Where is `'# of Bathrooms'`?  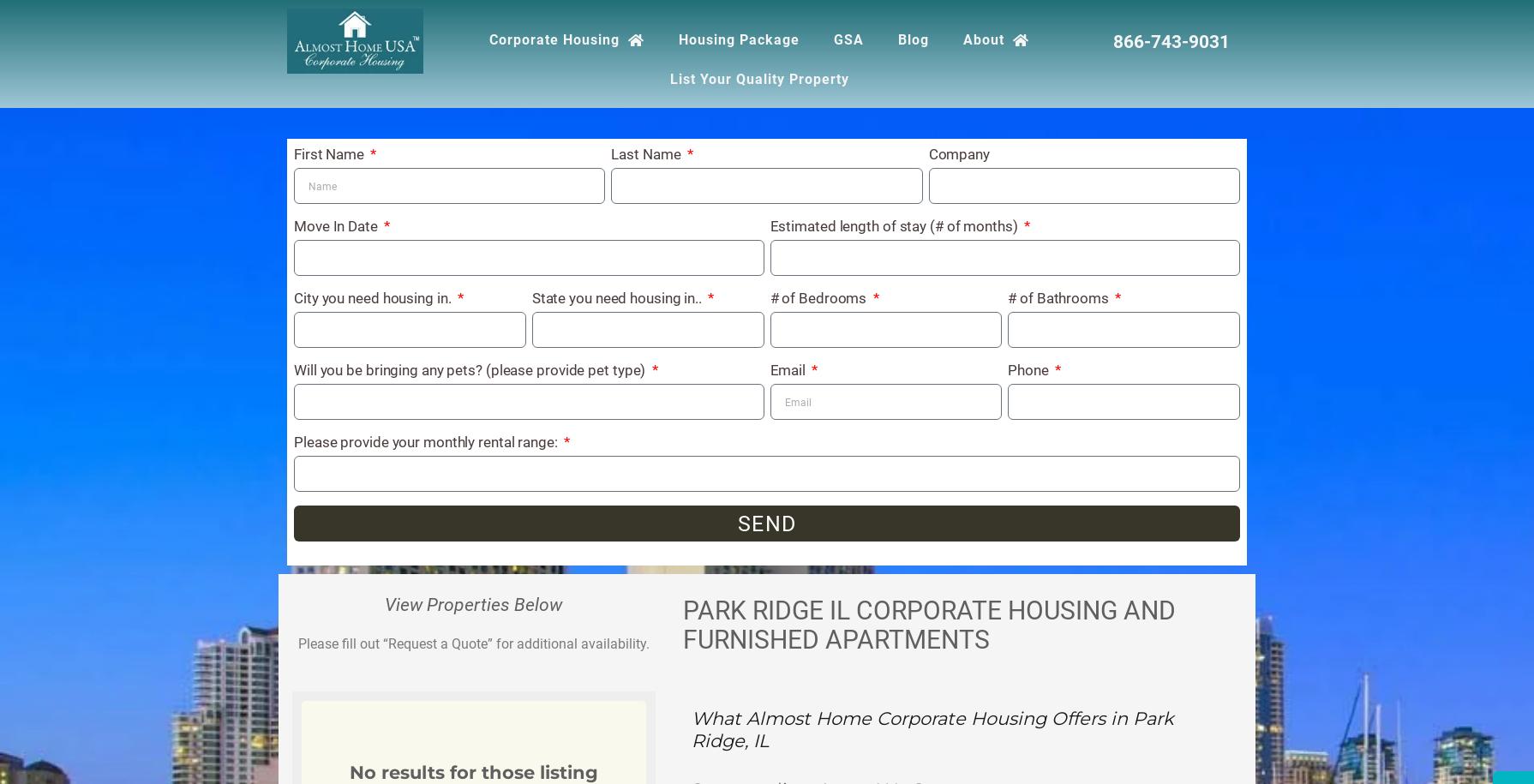
'# of Bathrooms' is located at coordinates (1059, 297).